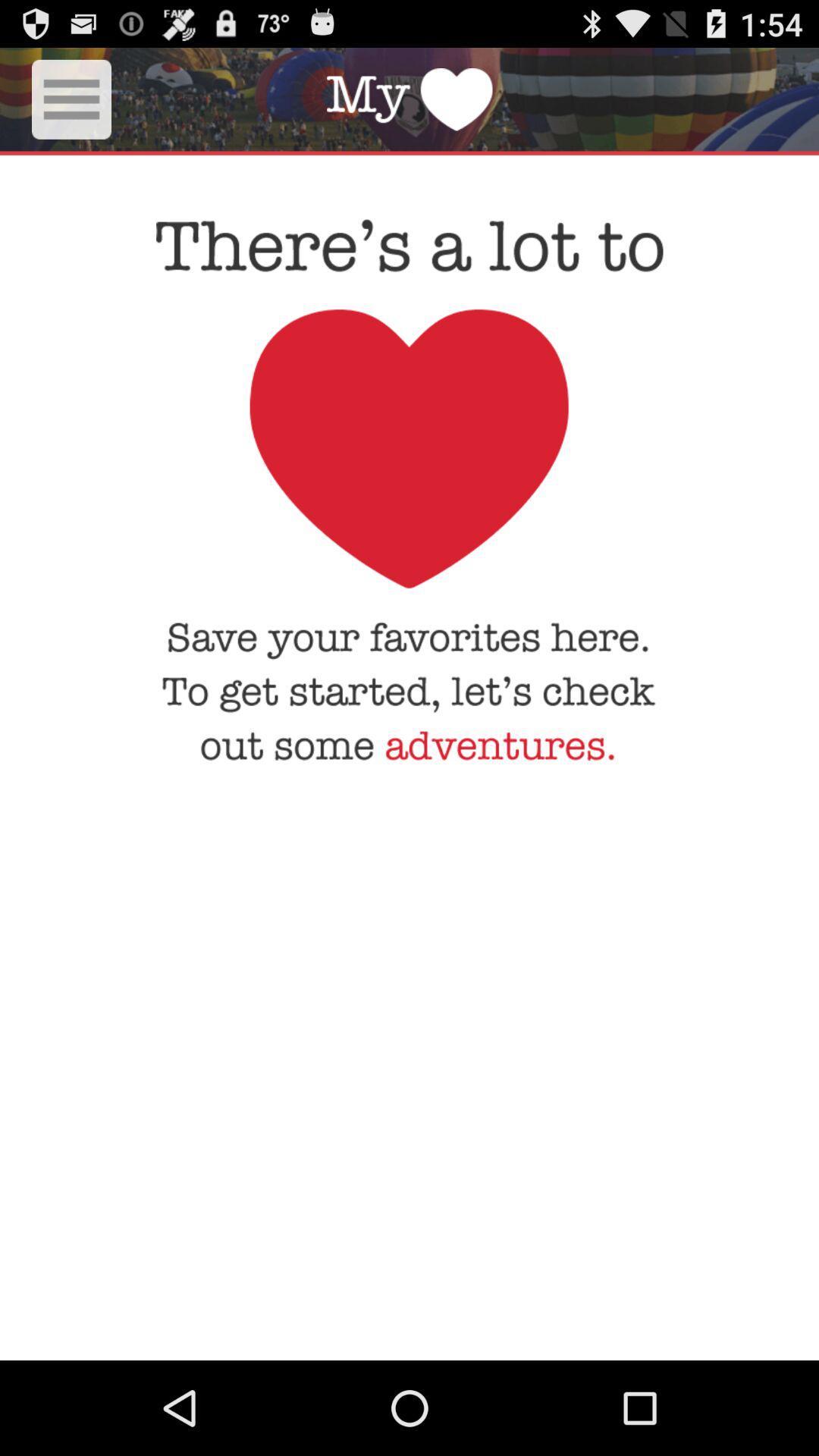 The image size is (819, 1456). What do you see at coordinates (71, 99) in the screenshot?
I see `menu` at bounding box center [71, 99].